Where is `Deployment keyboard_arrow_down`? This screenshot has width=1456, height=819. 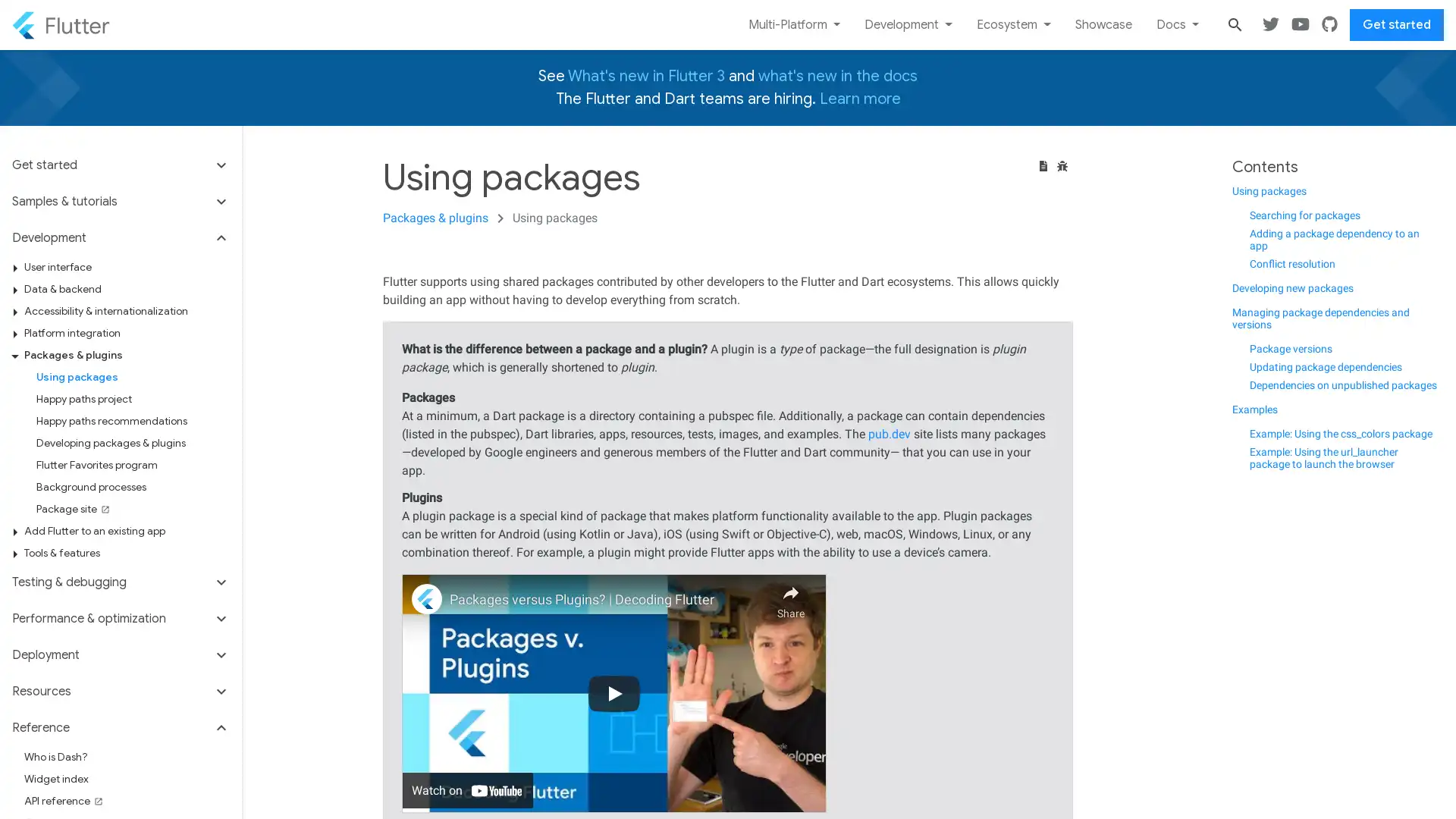
Deployment keyboard_arrow_down is located at coordinates (120, 654).